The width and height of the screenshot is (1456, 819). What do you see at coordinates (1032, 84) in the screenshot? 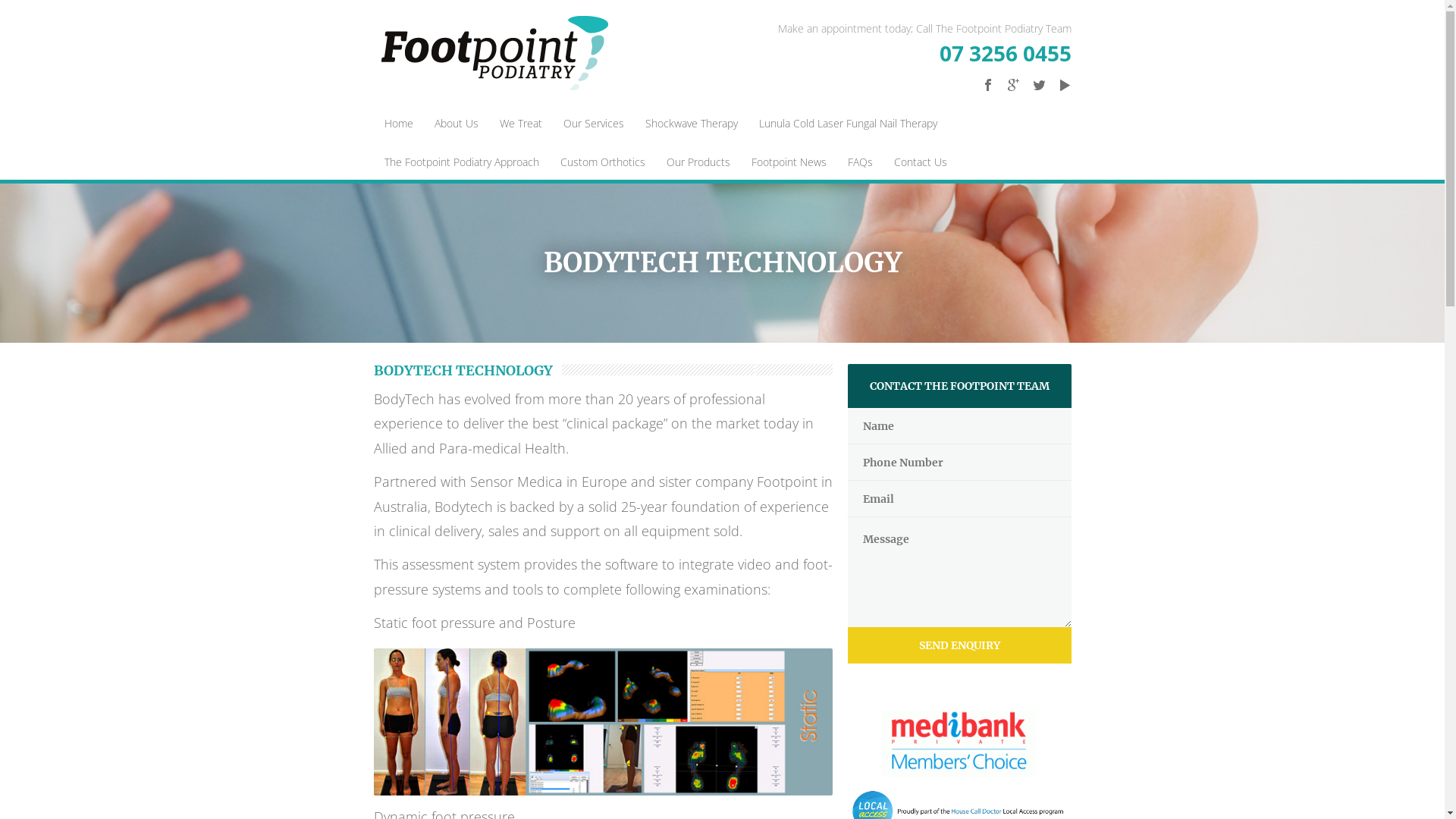
I see `'Twitter'` at bounding box center [1032, 84].